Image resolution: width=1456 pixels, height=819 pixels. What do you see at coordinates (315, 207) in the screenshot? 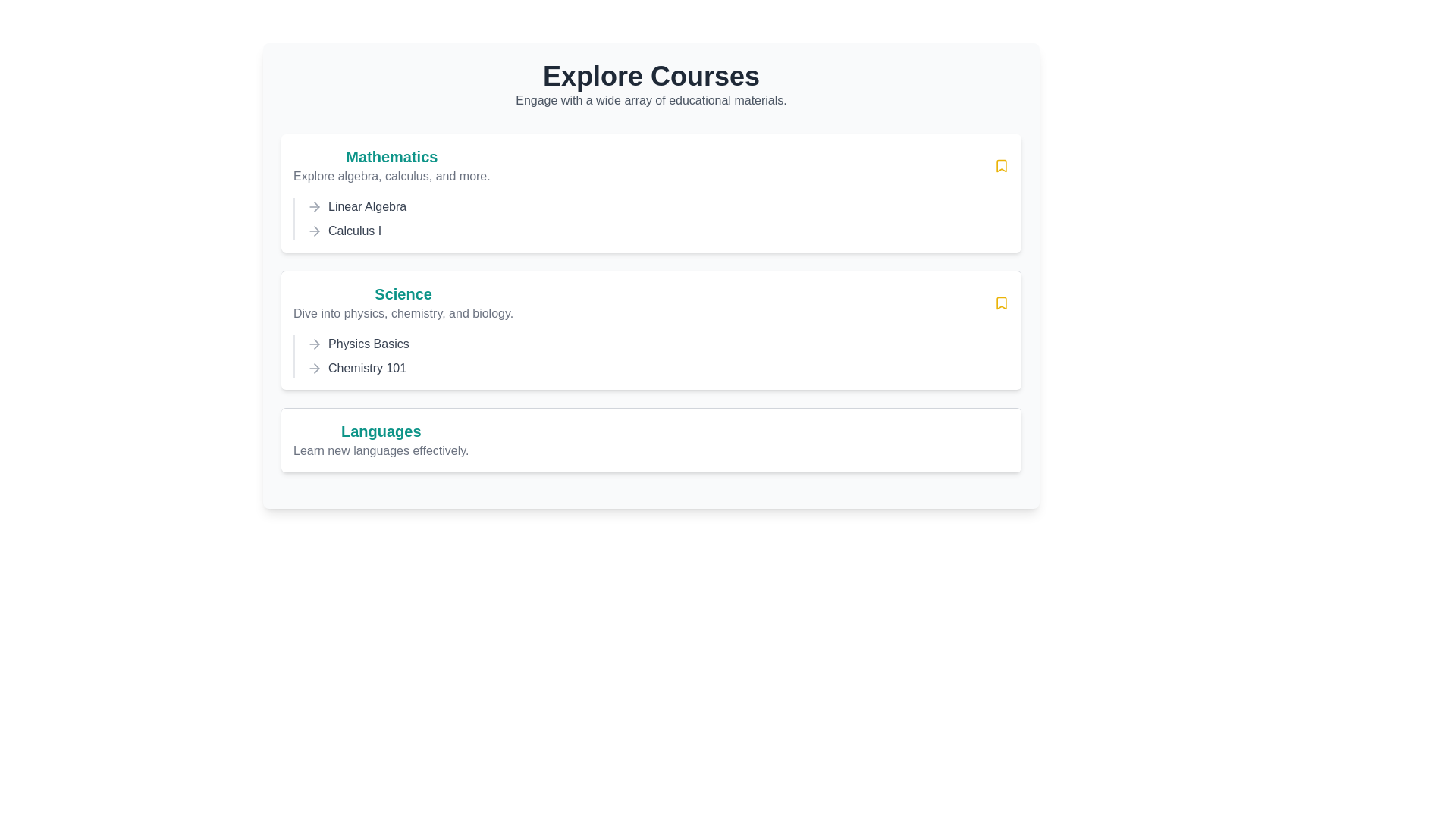
I see `the rightward-pointing arrow icon located to the right of the 'Linear Algebra' text under the 'Mathematics' section` at bounding box center [315, 207].